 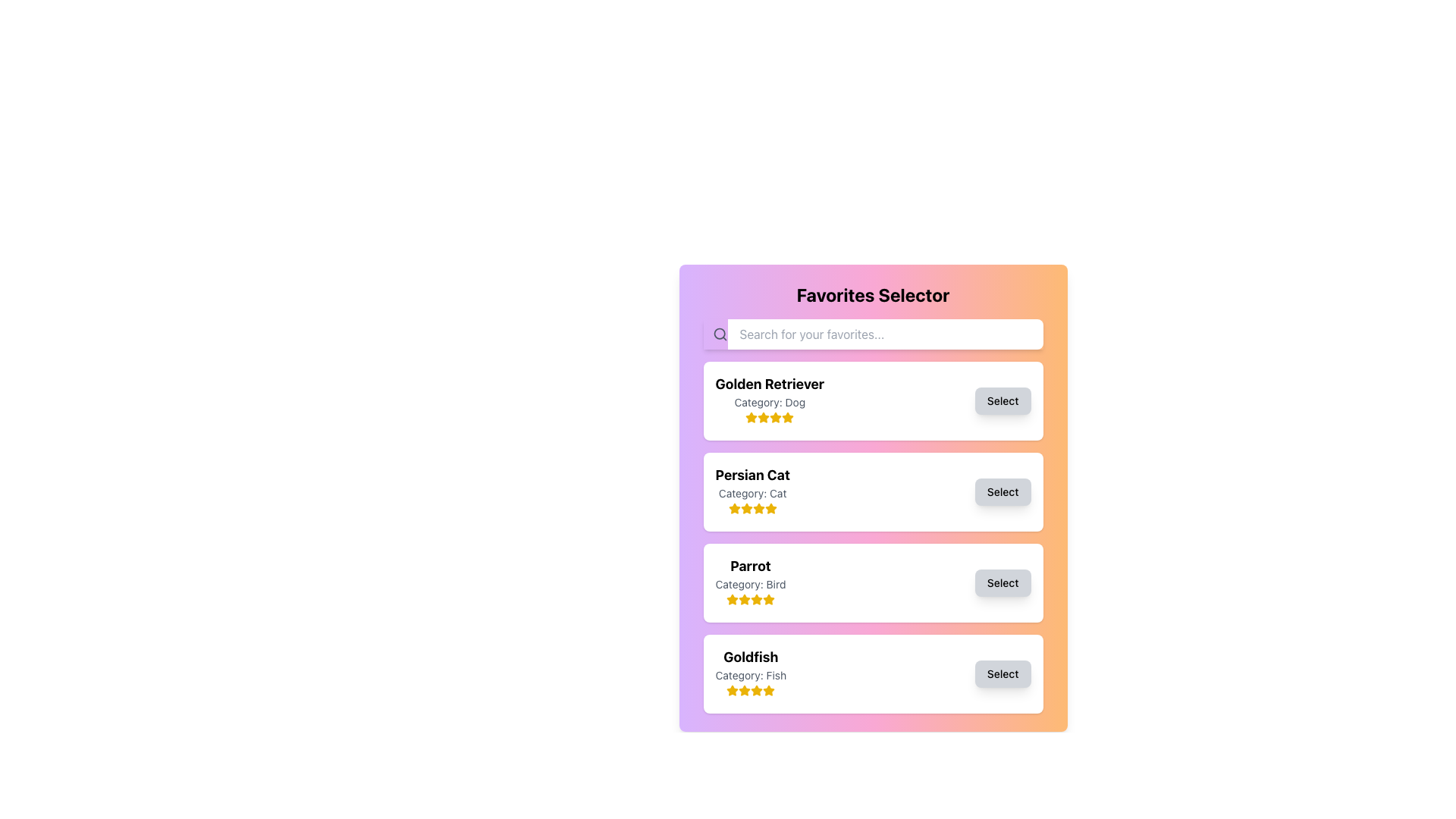 I want to click on the fourth star icon representing the rating for the 'Persian Cat' in the rating system, so click(x=770, y=509).